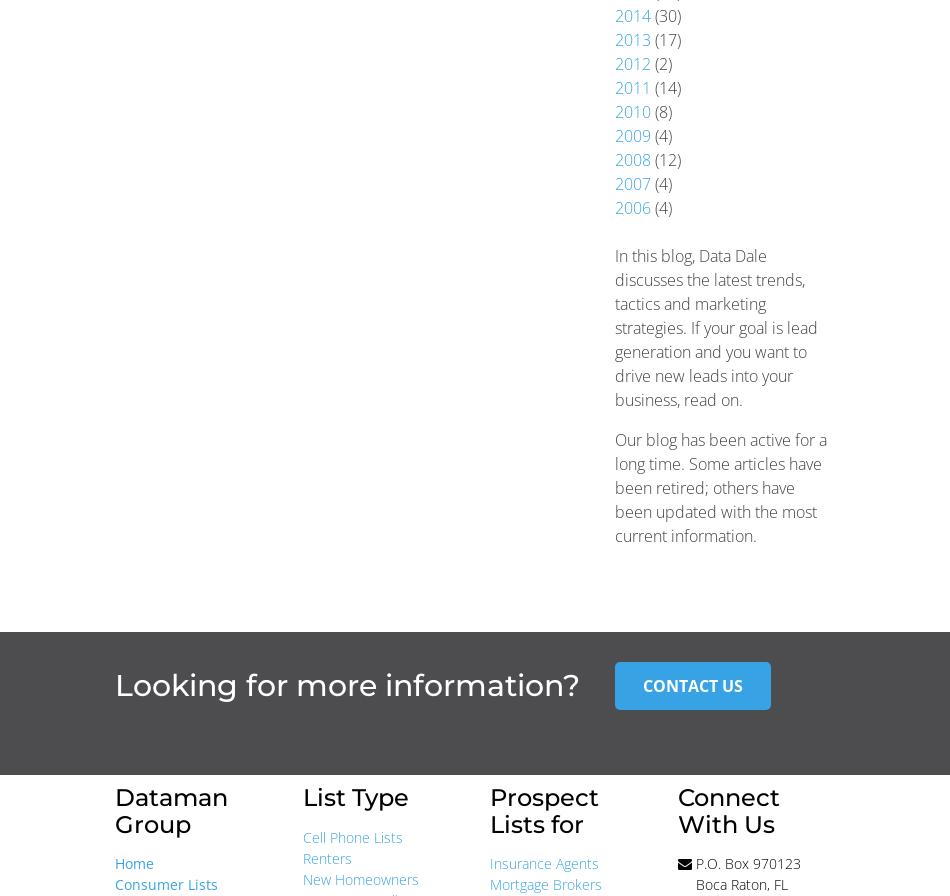 The image size is (950, 896). Describe the element at coordinates (632, 87) in the screenshot. I see `'2011'` at that location.